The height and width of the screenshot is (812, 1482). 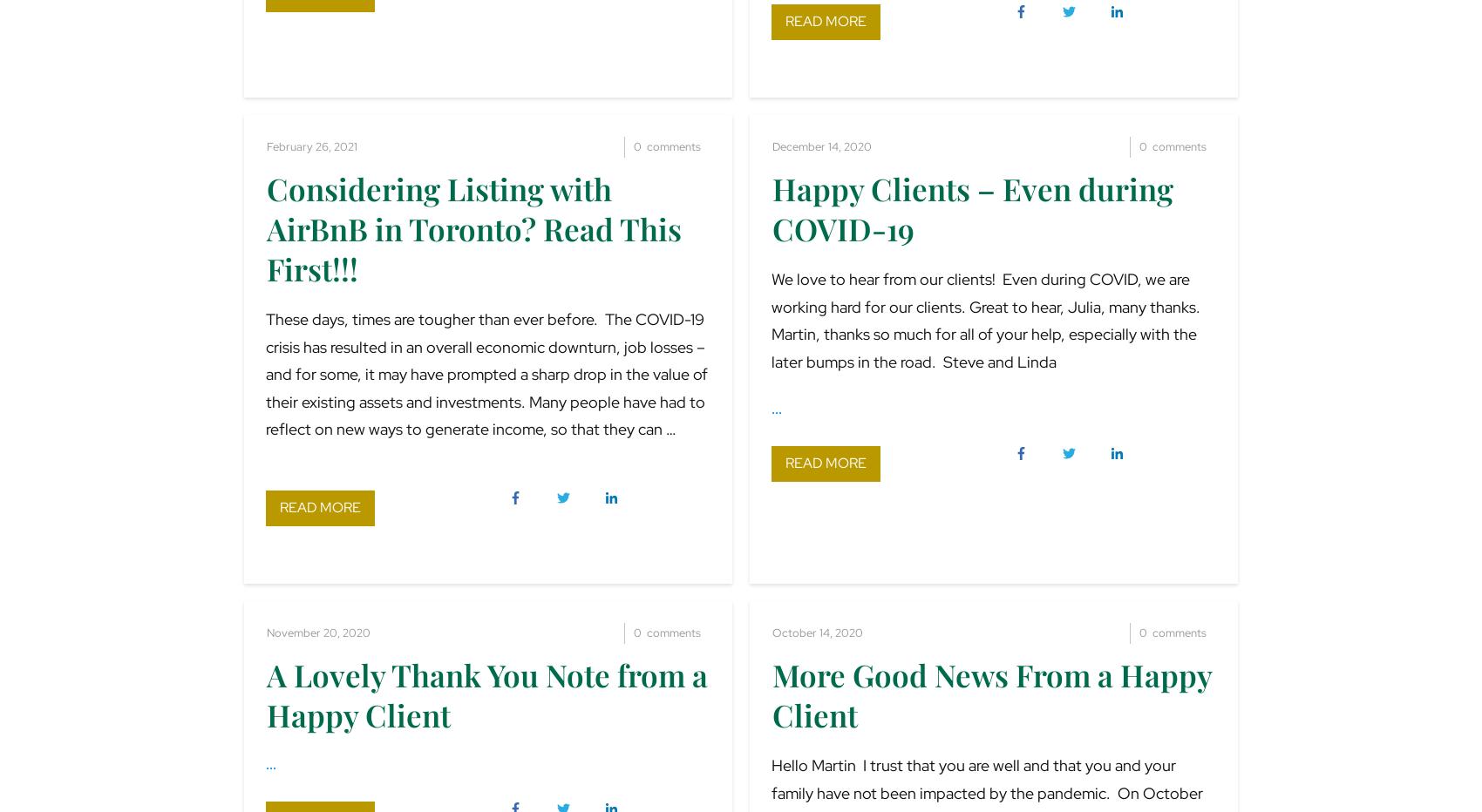 What do you see at coordinates (973, 207) in the screenshot?
I see `'Happy Clients – Even during COVID-19'` at bounding box center [973, 207].